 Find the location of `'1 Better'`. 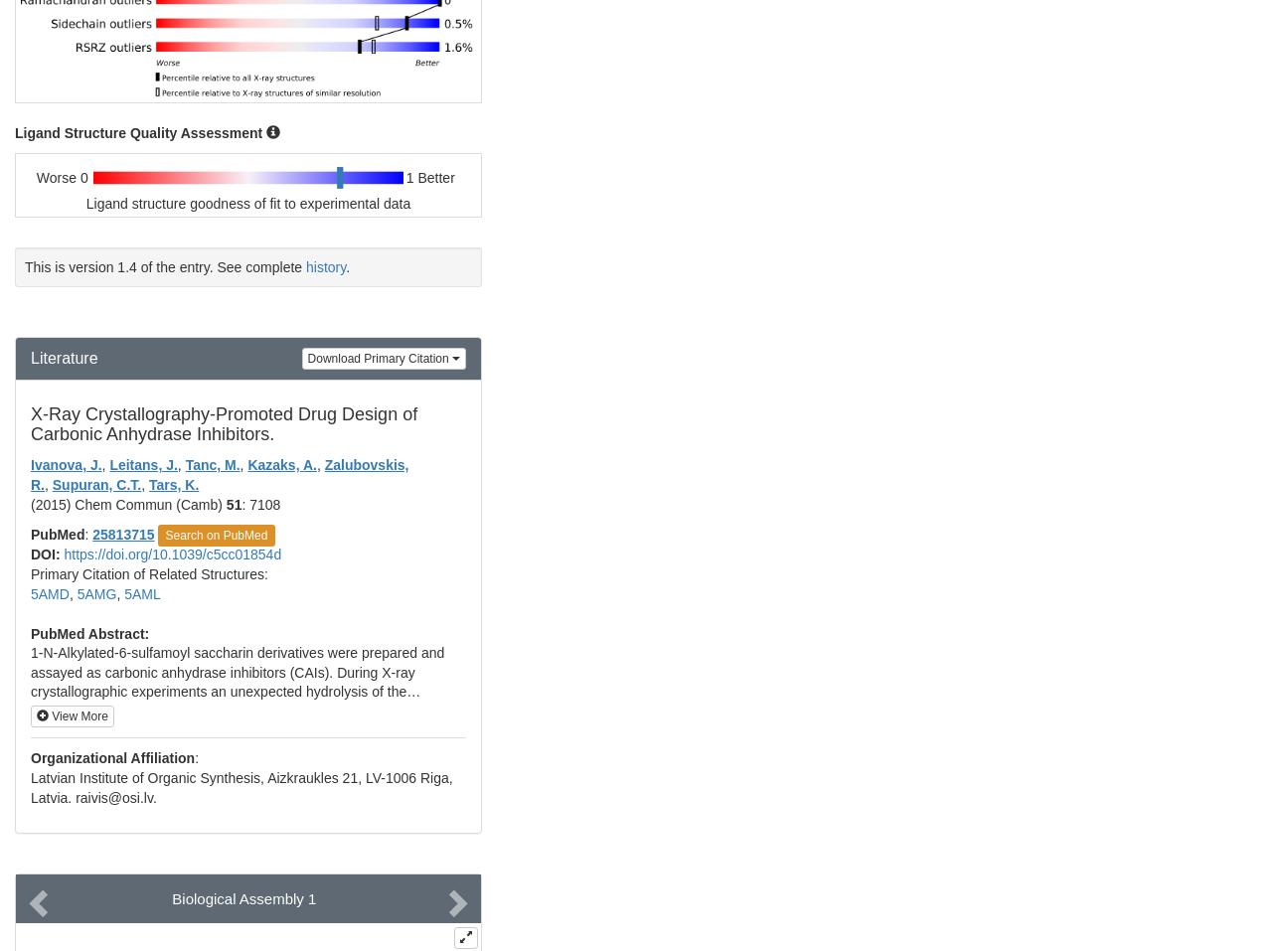

'1 Better' is located at coordinates (429, 177).